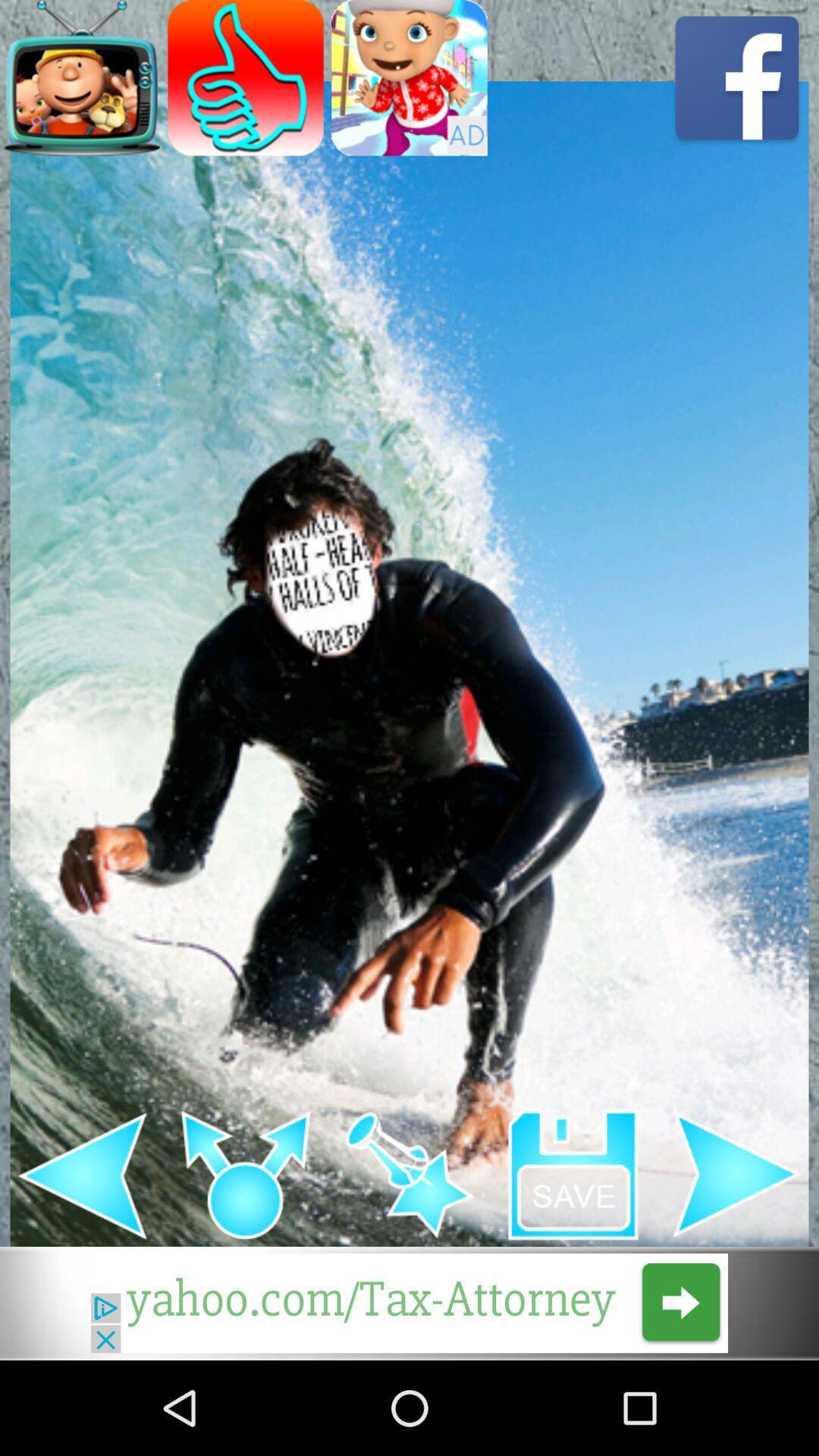  Describe the element at coordinates (82, 1257) in the screenshot. I see `the arrow_backward icon` at that location.